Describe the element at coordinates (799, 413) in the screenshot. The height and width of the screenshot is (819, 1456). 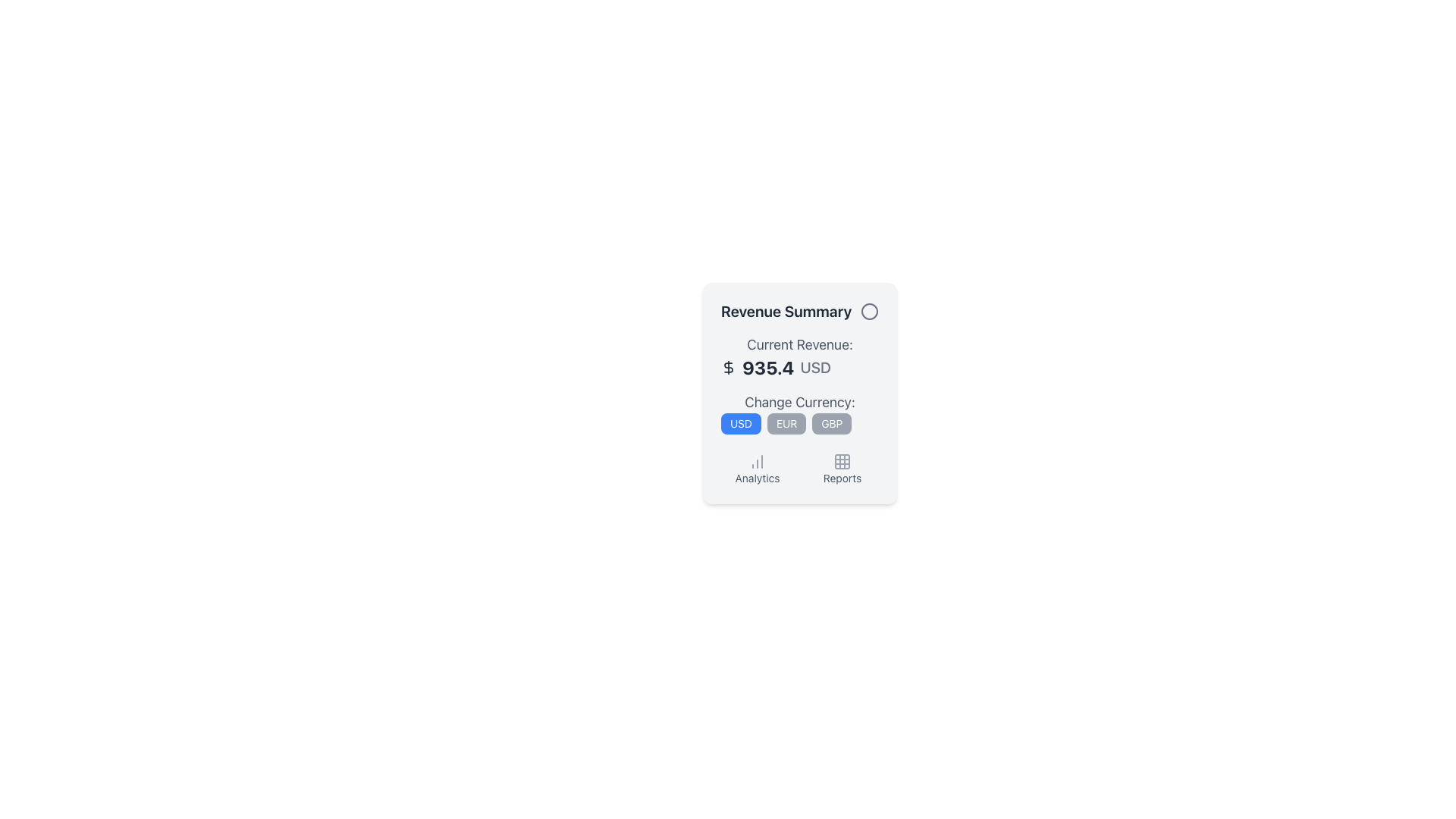
I see `the currency selection button group located within the 'Revenue Summary' box` at that location.